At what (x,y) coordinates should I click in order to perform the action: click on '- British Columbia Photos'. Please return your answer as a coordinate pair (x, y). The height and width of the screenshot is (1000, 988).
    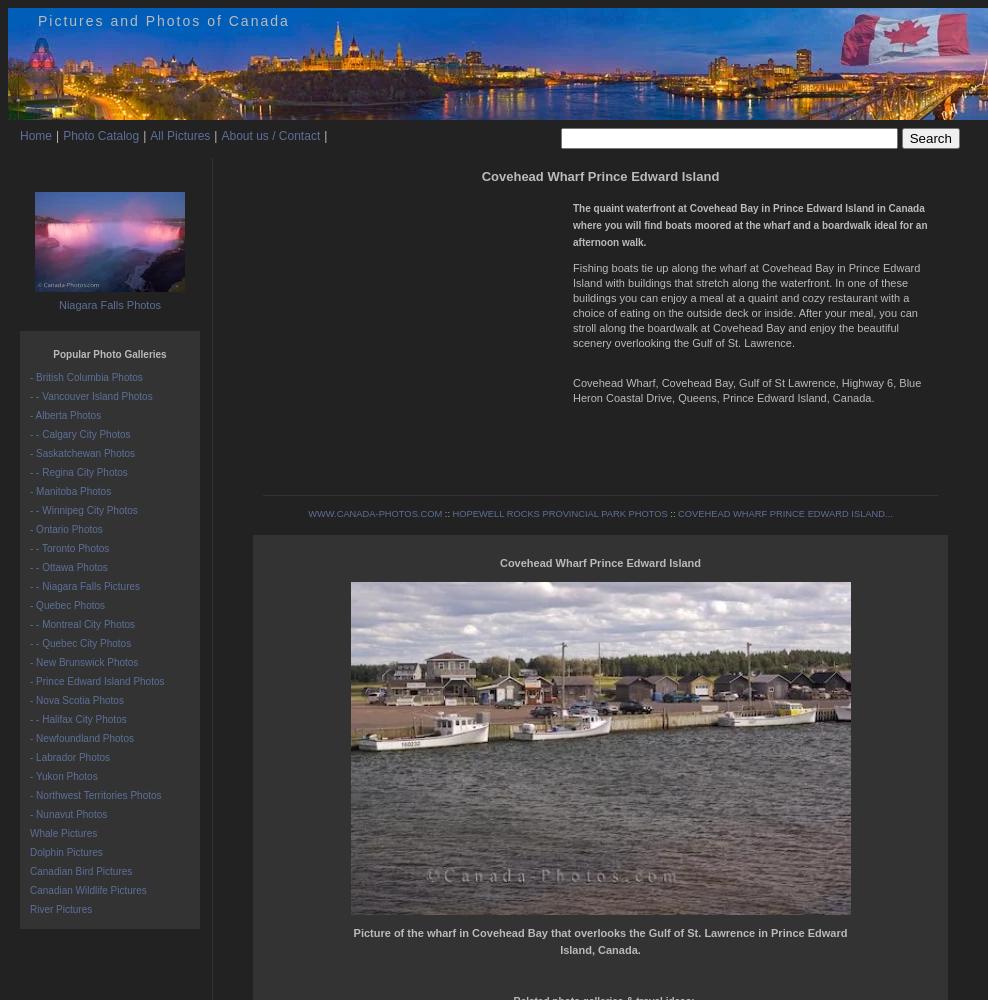
    Looking at the image, I should click on (85, 377).